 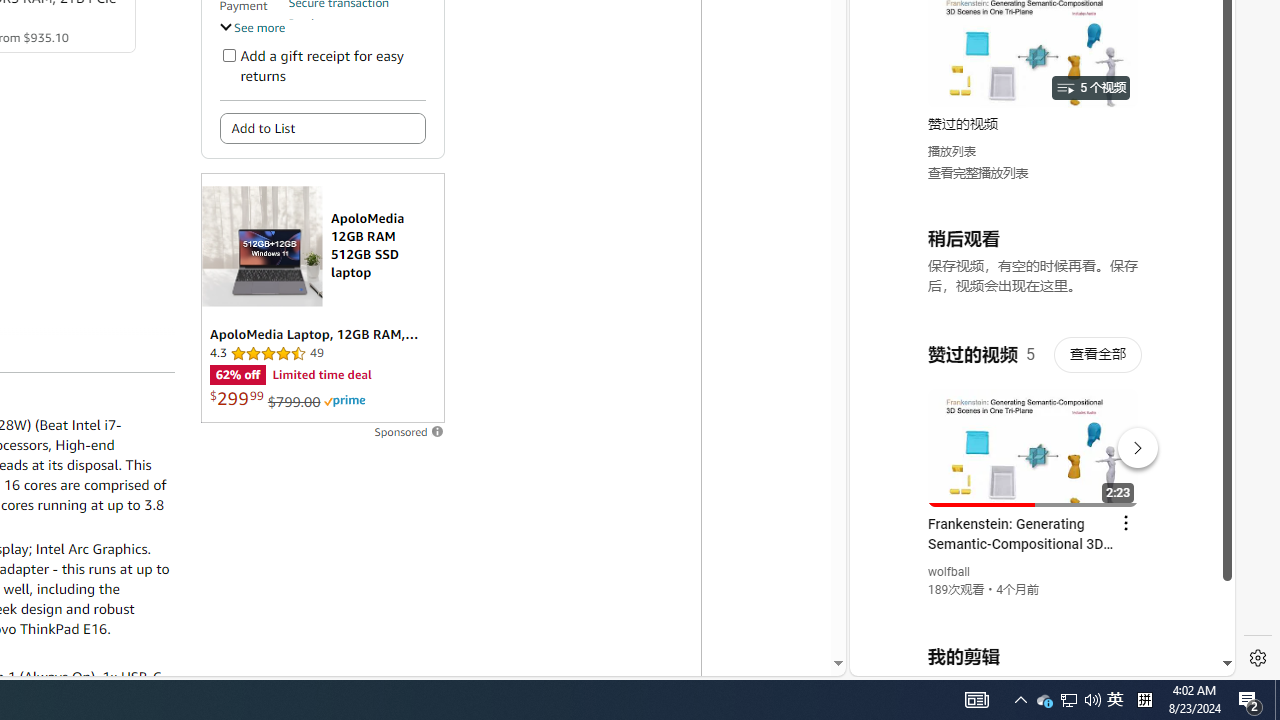 What do you see at coordinates (1034, 431) in the screenshot?
I see `'YouTube'` at bounding box center [1034, 431].